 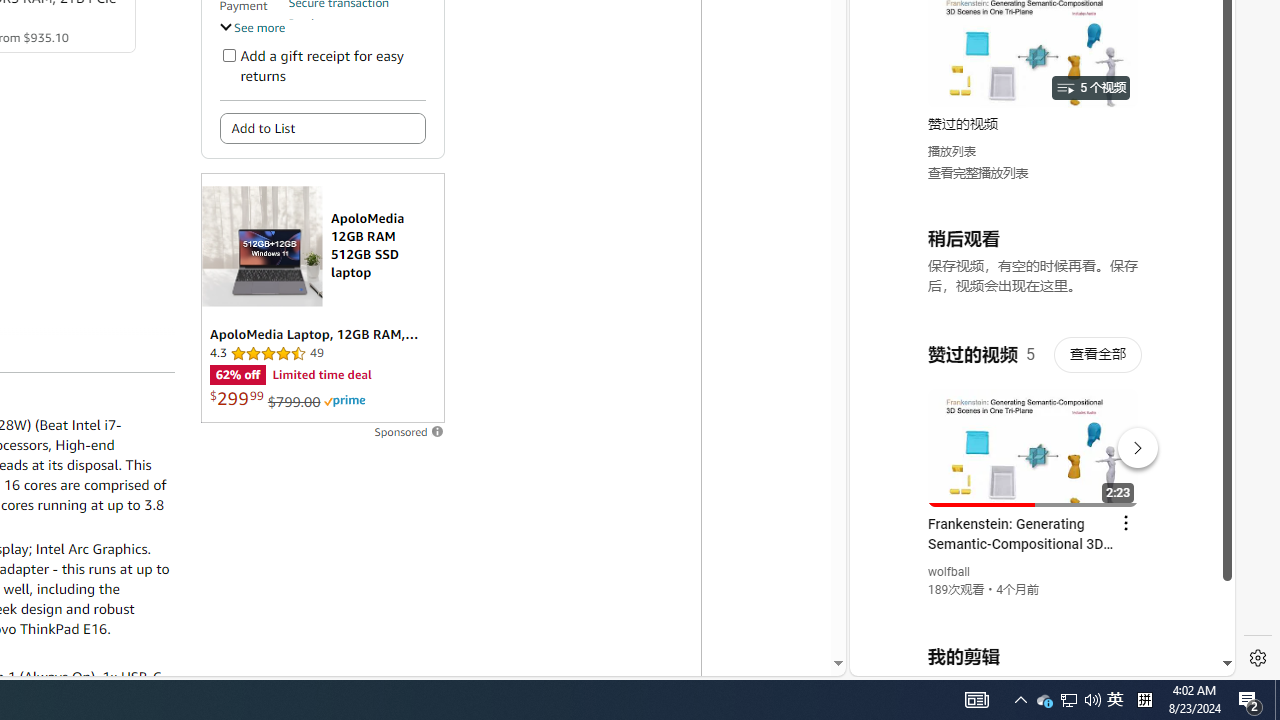 What do you see at coordinates (1034, 431) in the screenshot?
I see `'YouTube'` at bounding box center [1034, 431].